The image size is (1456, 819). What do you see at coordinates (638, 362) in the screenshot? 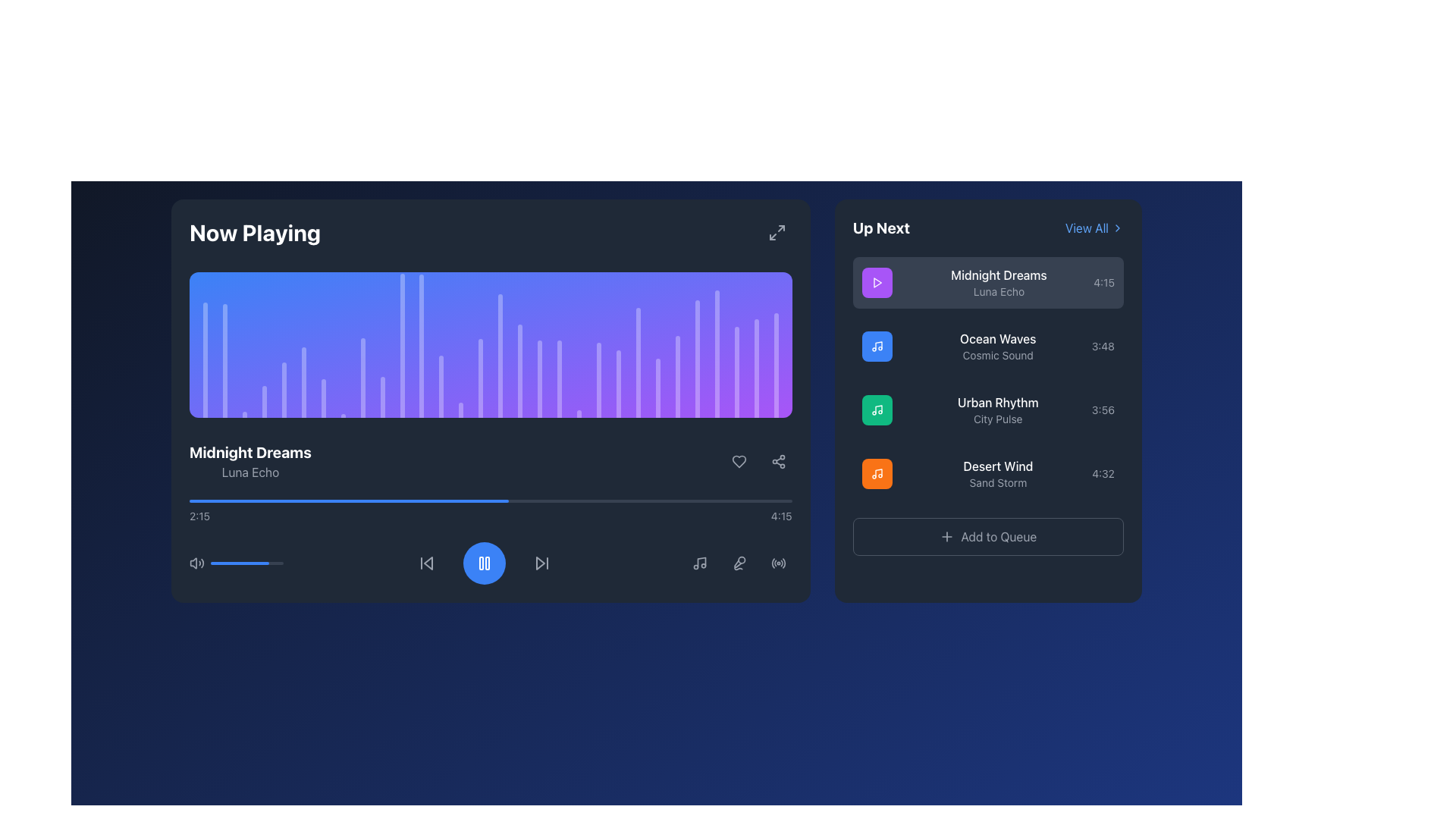
I see `the Graph Bar, which is a vertically elongated bar with a top-left rounded edge, located in the 22nd position among its sibling elements in the Now Playing section` at bounding box center [638, 362].